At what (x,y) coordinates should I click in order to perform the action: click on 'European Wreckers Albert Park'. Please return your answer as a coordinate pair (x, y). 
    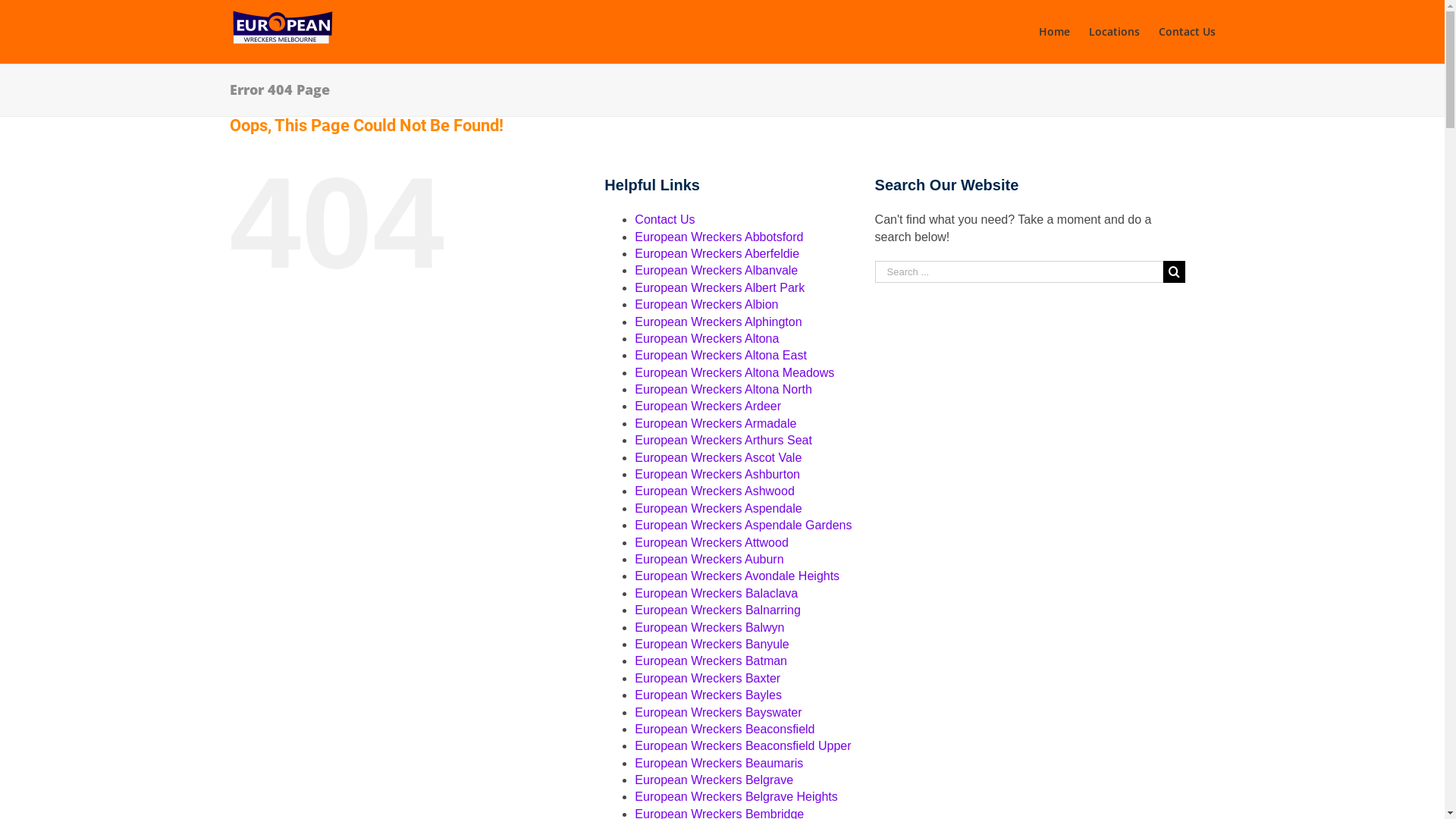
    Looking at the image, I should click on (719, 287).